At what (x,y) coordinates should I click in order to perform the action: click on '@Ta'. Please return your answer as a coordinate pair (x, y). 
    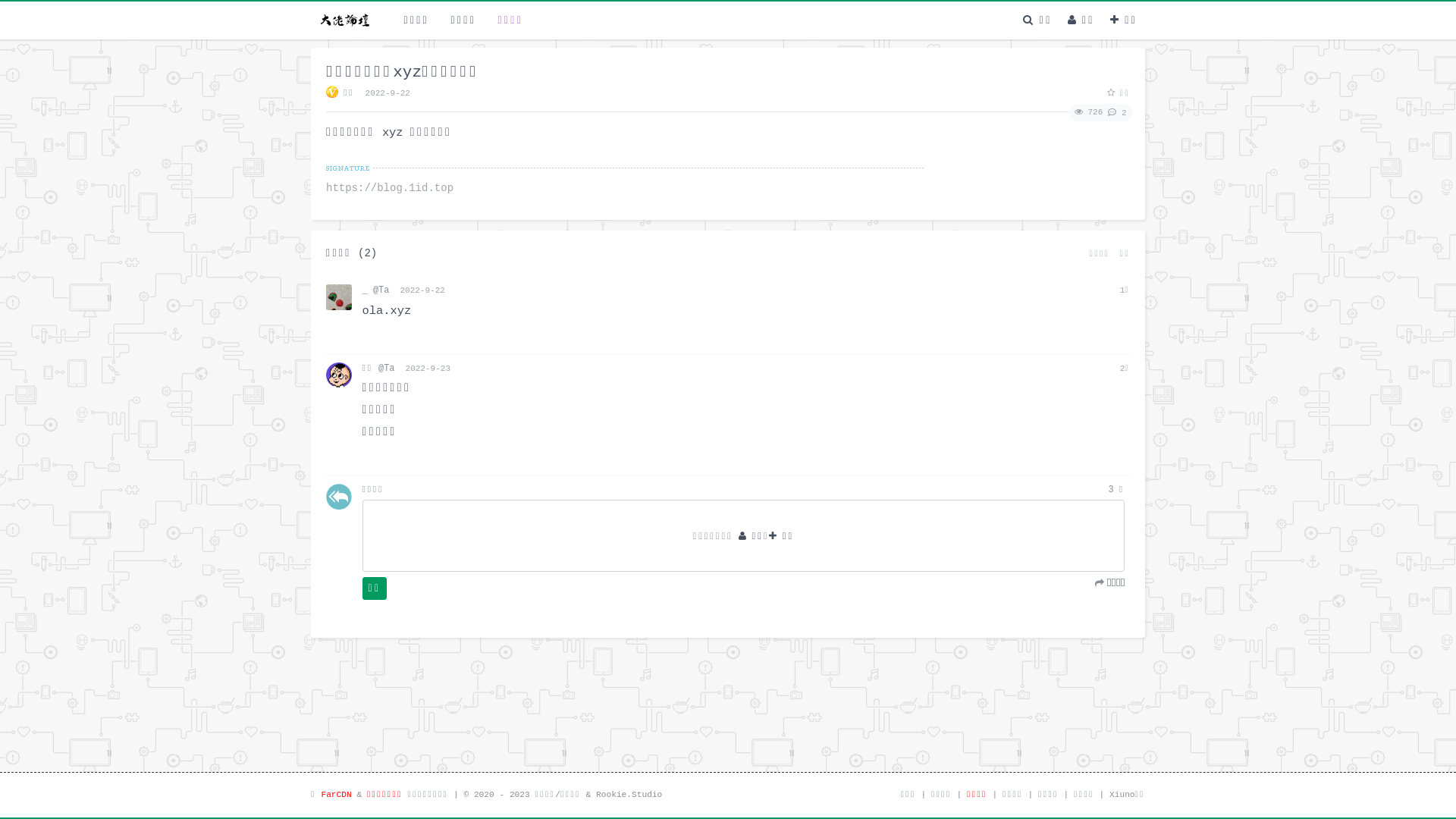
    Looking at the image, I should click on (378, 369).